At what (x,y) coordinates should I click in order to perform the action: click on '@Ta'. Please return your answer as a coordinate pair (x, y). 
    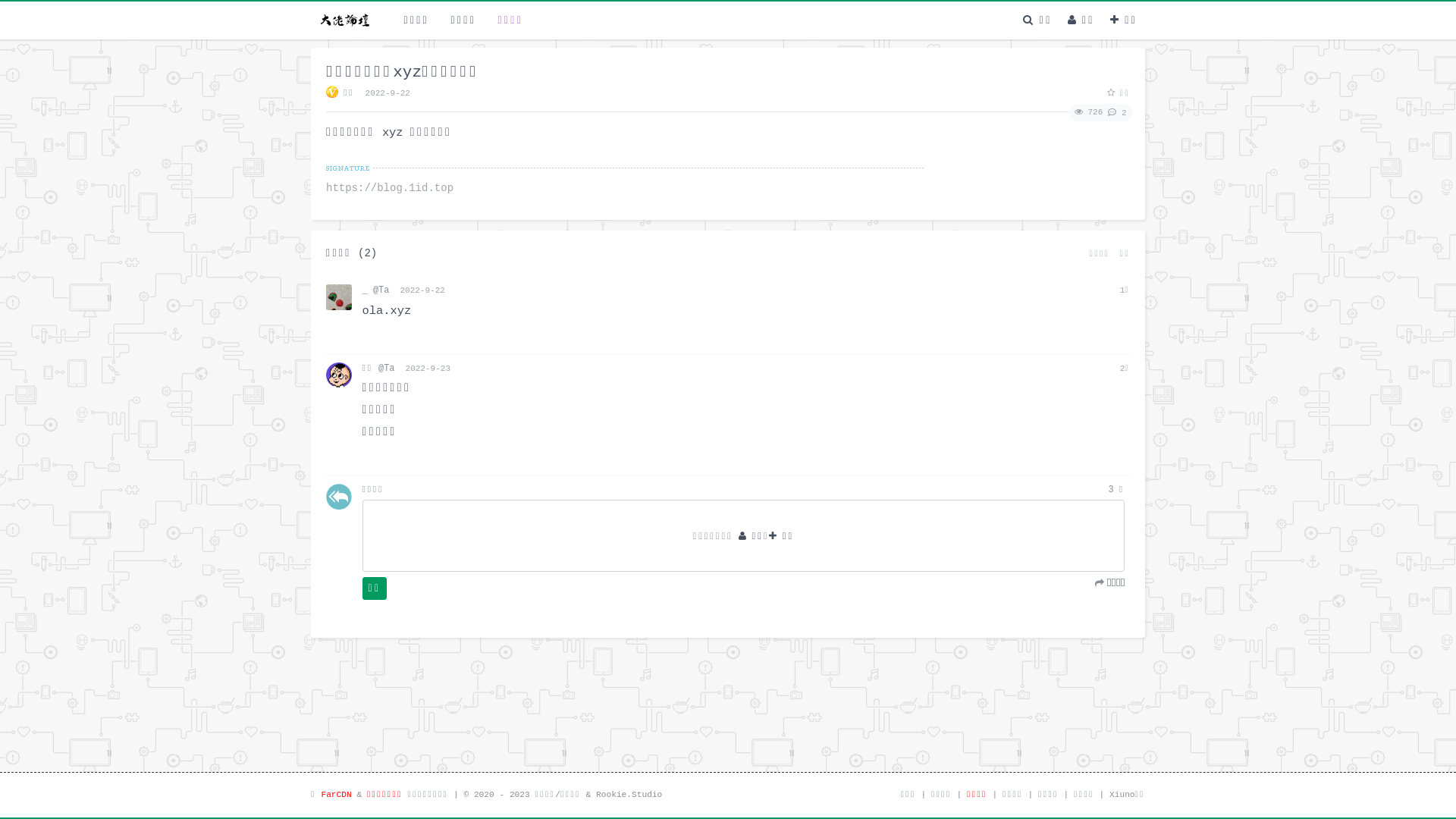
    Looking at the image, I should click on (378, 369).